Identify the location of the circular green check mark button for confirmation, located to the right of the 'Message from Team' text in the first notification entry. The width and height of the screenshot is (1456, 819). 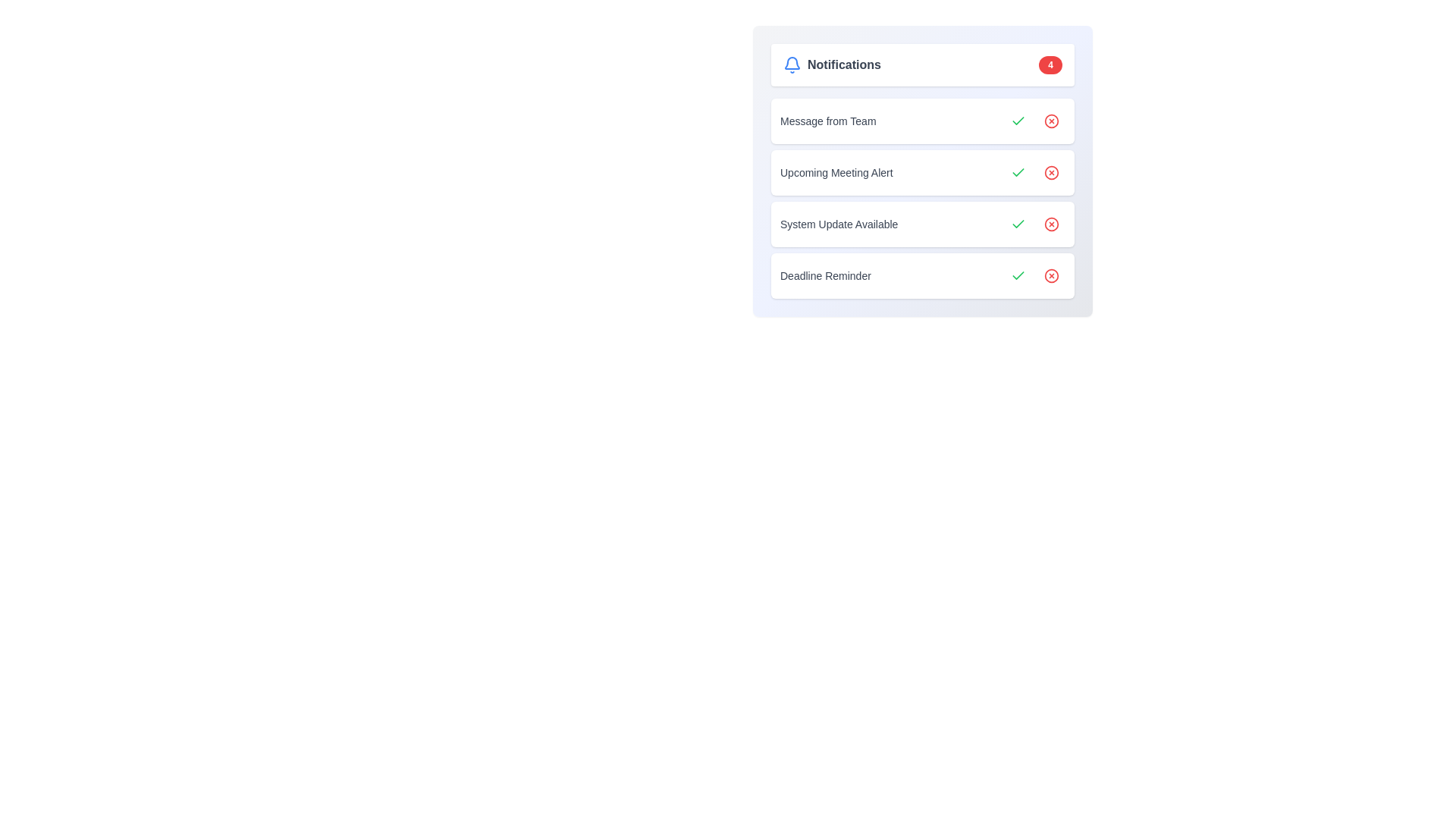
(1018, 120).